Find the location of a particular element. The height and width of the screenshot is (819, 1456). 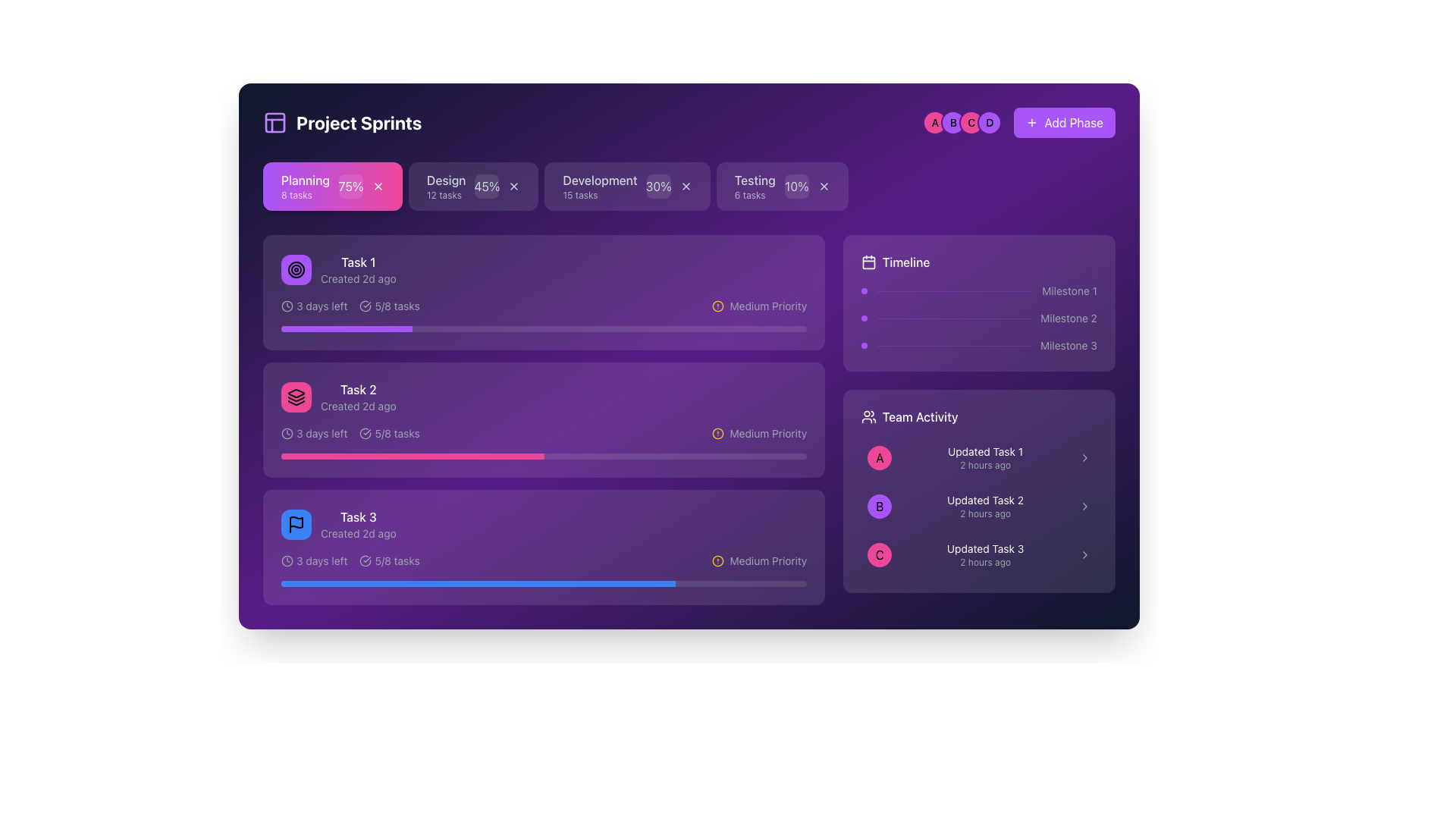

progress information displayed next to the '3 days left' label in the second task card, indicating that 5 out of 8 subtasks are completed is located at coordinates (390, 433).